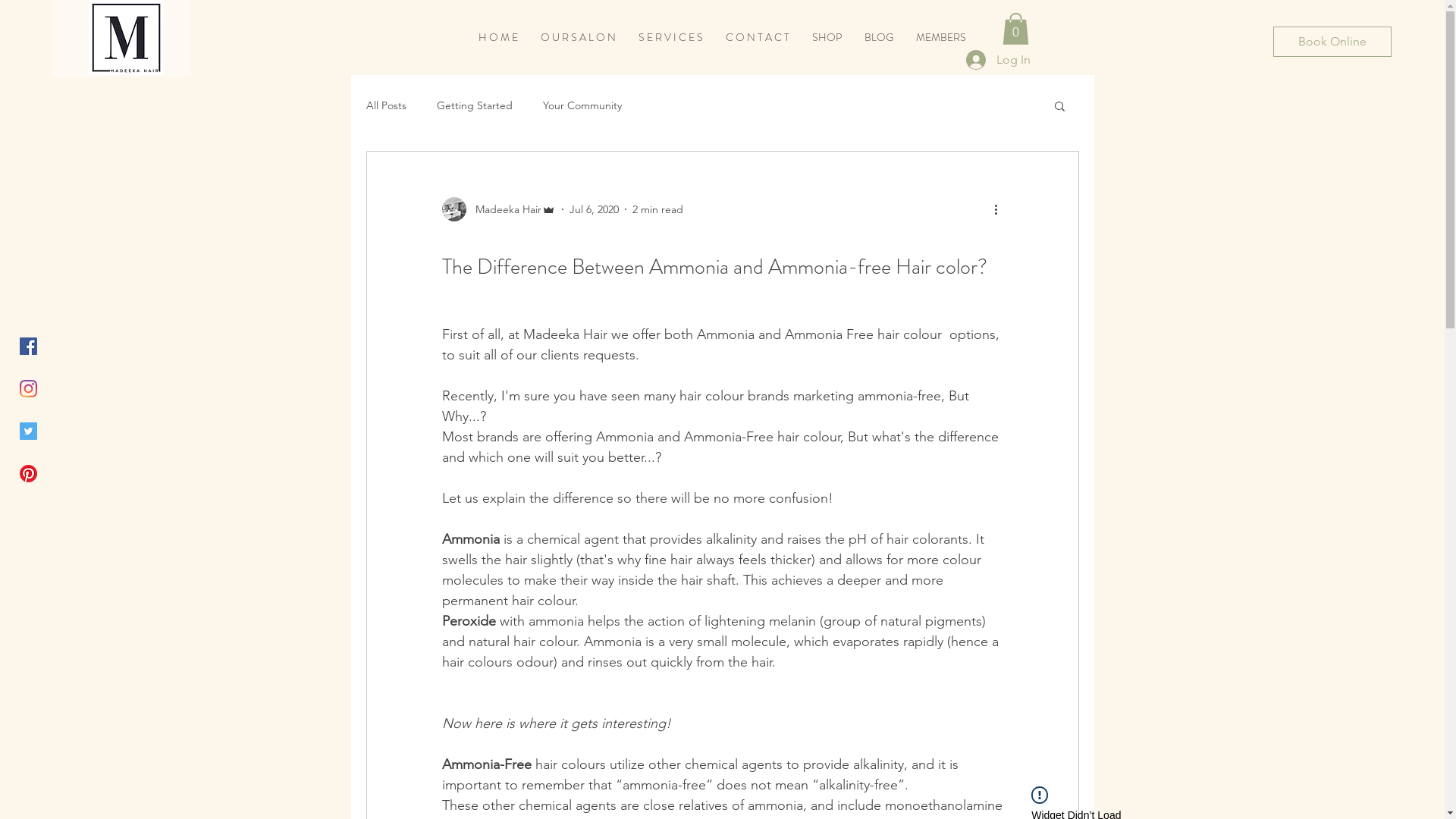  What do you see at coordinates (940, 36) in the screenshot?
I see `'MEMBERS'` at bounding box center [940, 36].